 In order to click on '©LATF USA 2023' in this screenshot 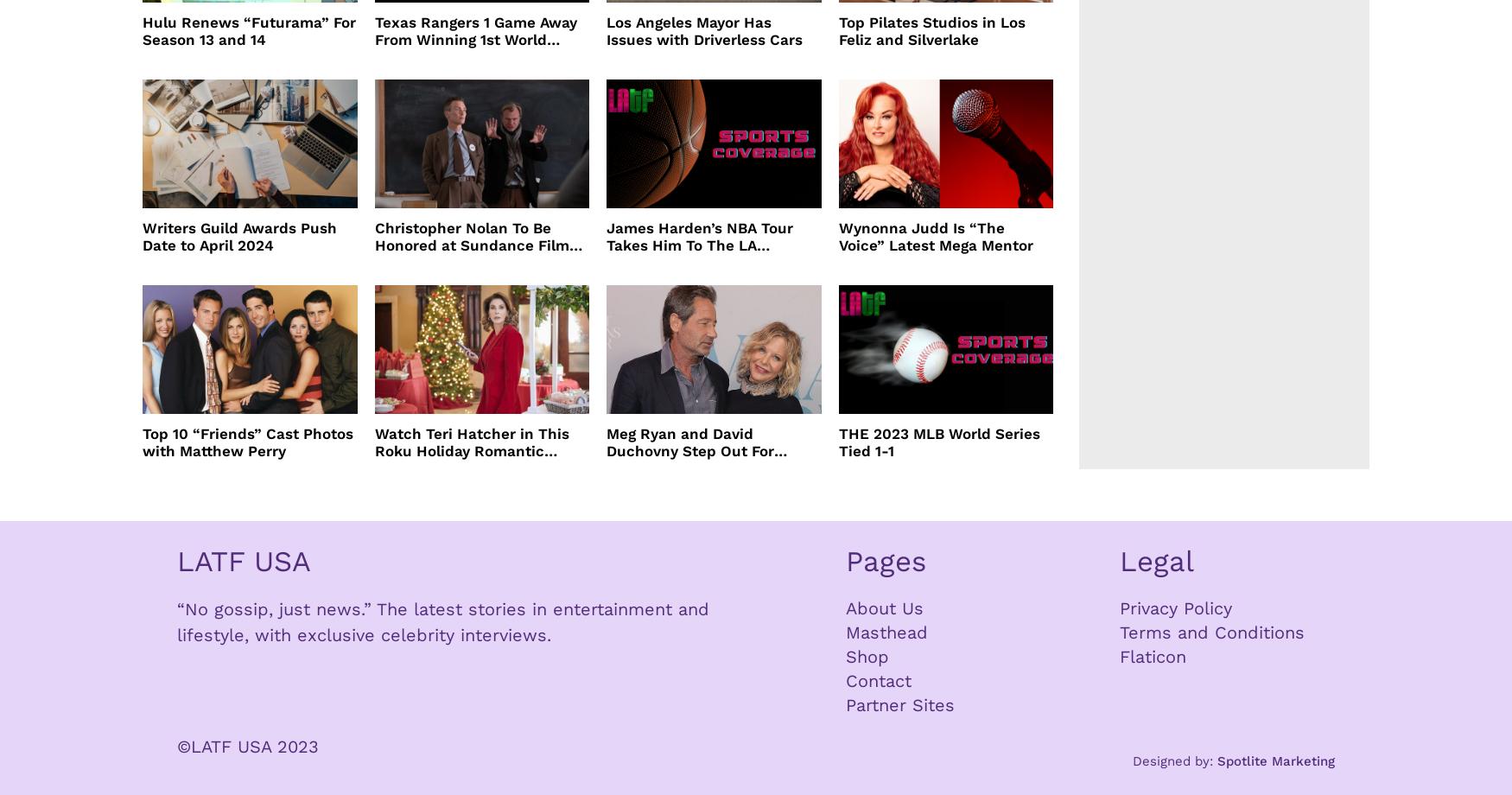, I will do `click(247, 744)`.